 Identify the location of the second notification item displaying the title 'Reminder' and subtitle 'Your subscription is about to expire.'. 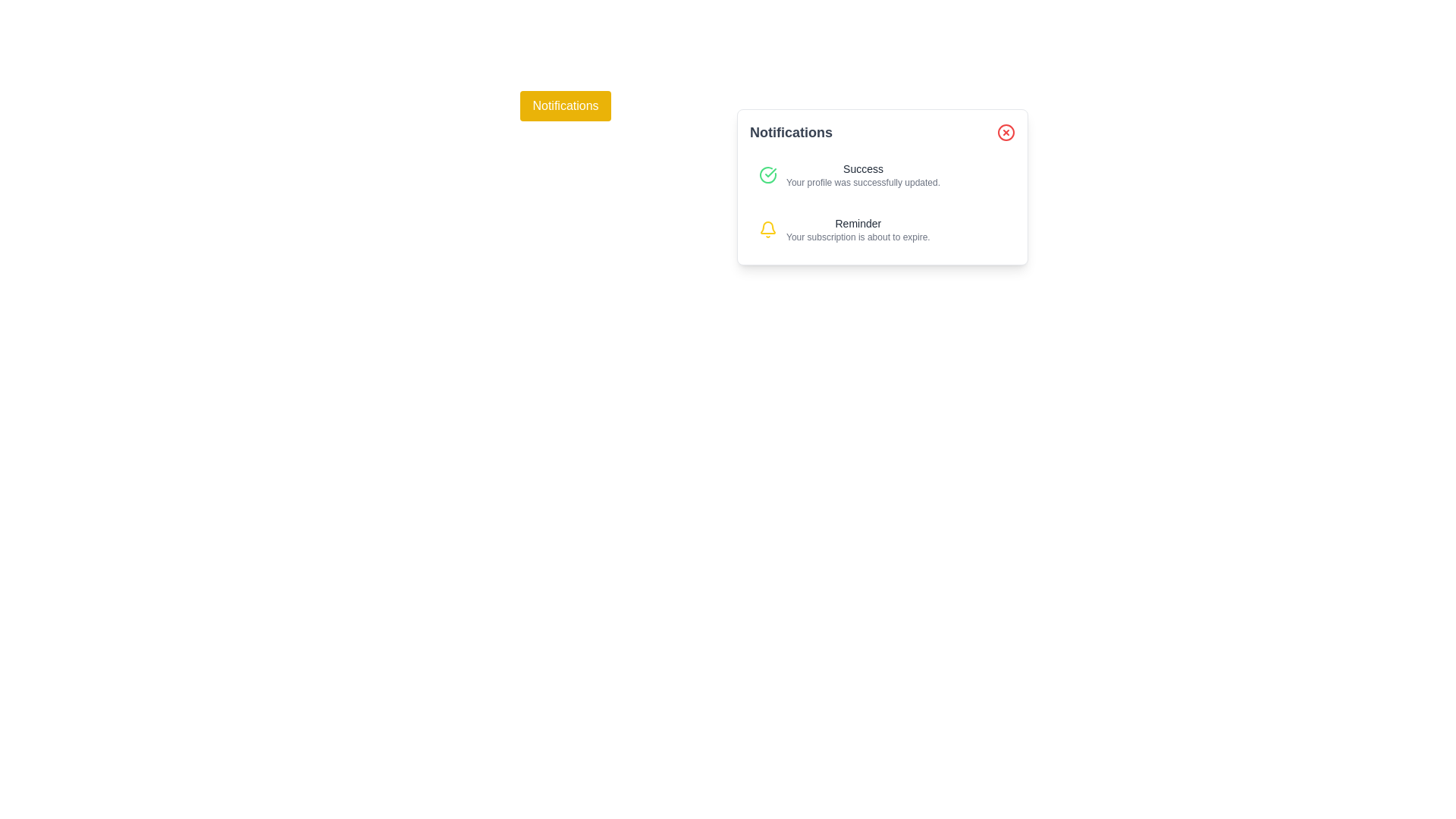
(882, 230).